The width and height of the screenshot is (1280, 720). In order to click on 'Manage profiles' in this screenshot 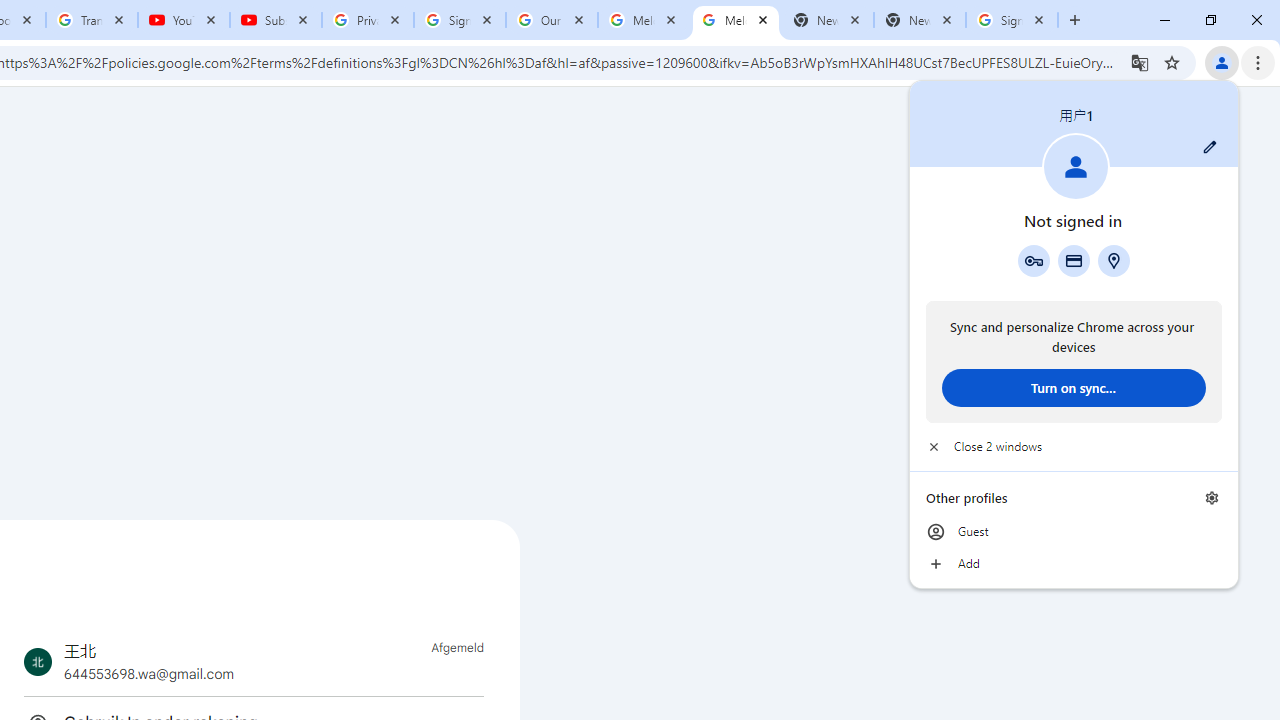, I will do `click(1211, 497)`.